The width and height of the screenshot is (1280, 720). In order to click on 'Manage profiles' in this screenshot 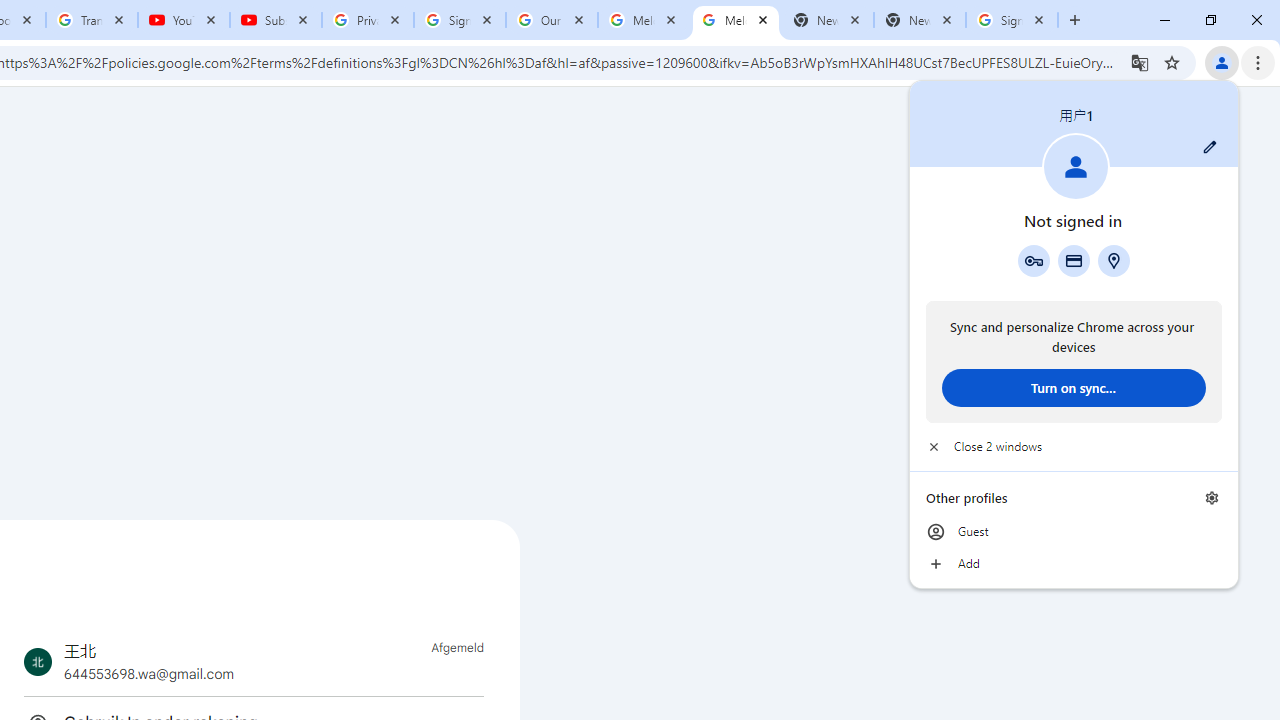, I will do `click(1211, 497)`.